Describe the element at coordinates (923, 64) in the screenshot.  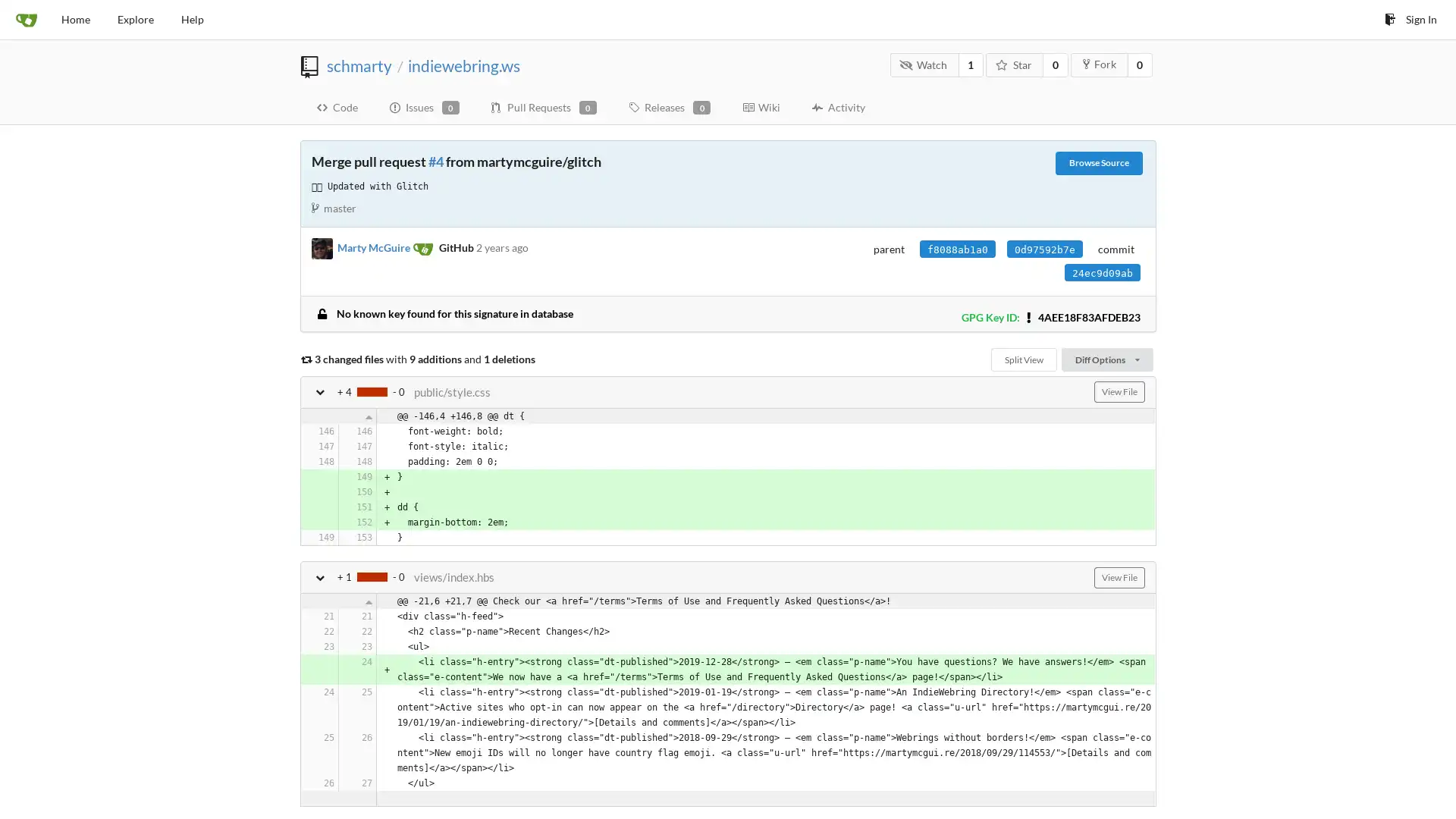
I see `Watch` at that location.